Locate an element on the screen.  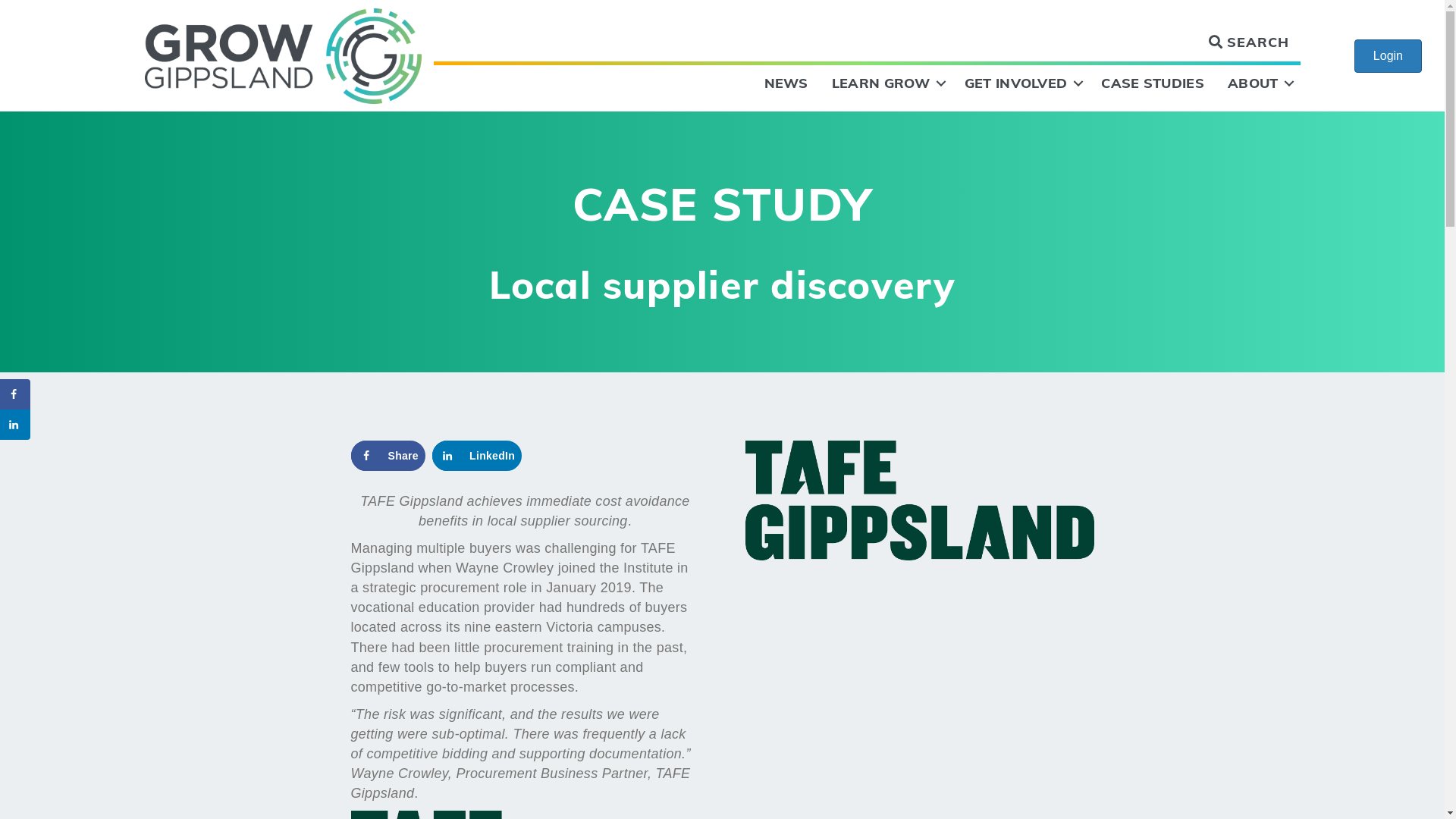
'LEARN GROW' is located at coordinates (886, 83).